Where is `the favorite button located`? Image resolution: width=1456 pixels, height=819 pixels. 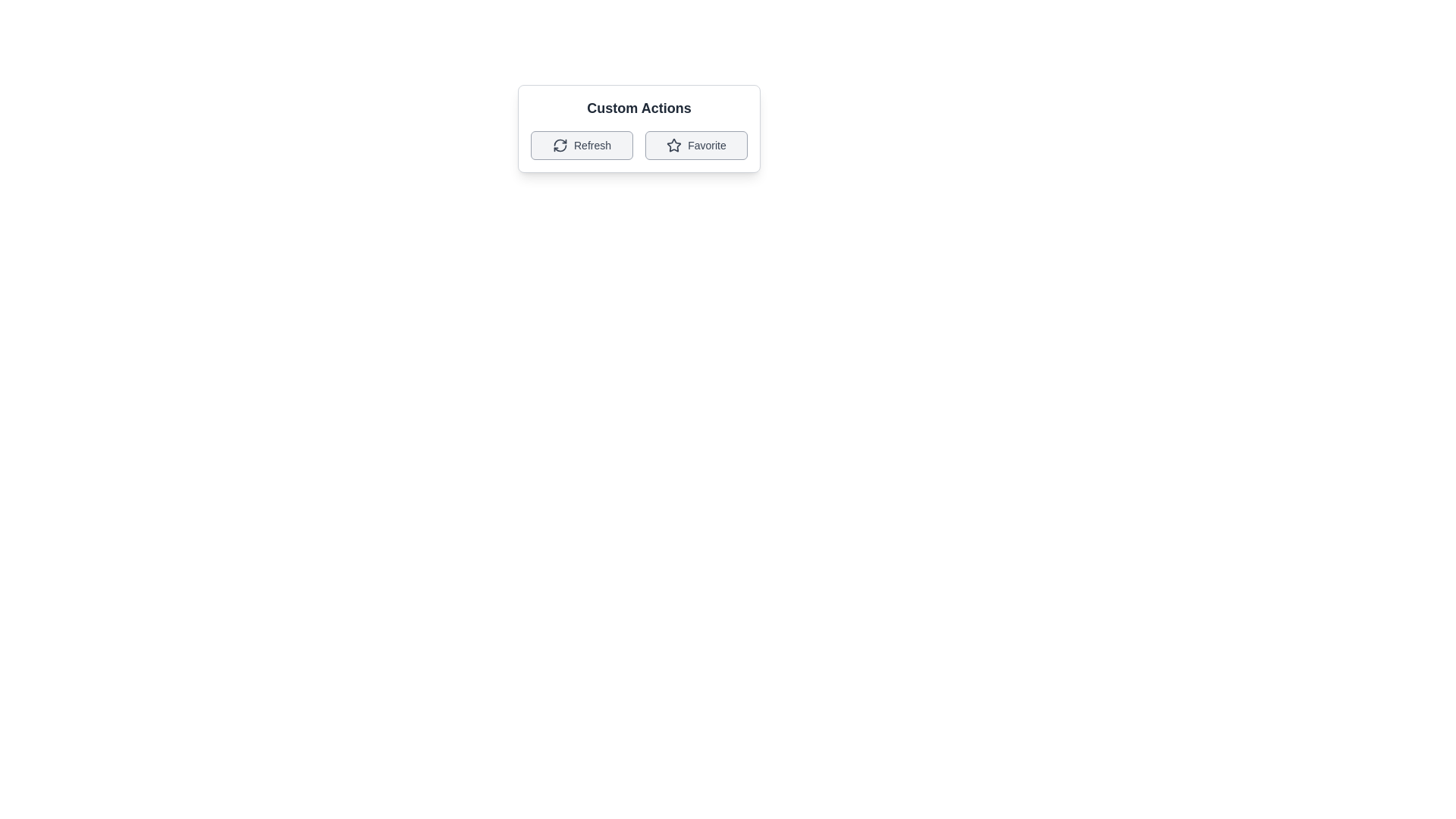 the favorite button located is located at coordinates (695, 146).